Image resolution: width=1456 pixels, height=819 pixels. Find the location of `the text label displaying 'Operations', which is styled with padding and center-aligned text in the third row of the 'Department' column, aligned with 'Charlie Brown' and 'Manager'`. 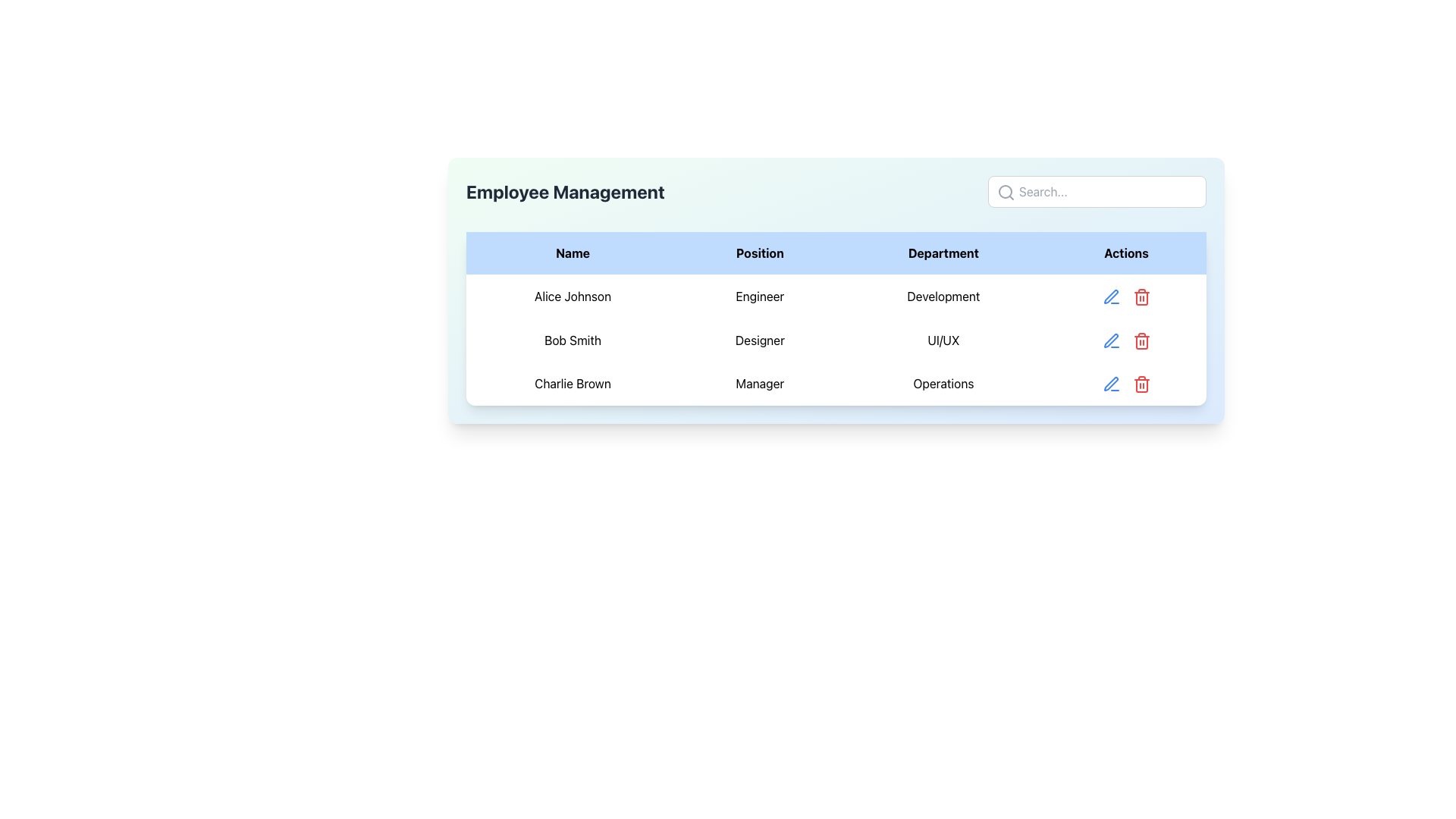

the text label displaying 'Operations', which is styled with padding and center-aligned text in the third row of the 'Department' column, aligned with 'Charlie Brown' and 'Manager' is located at coordinates (943, 383).